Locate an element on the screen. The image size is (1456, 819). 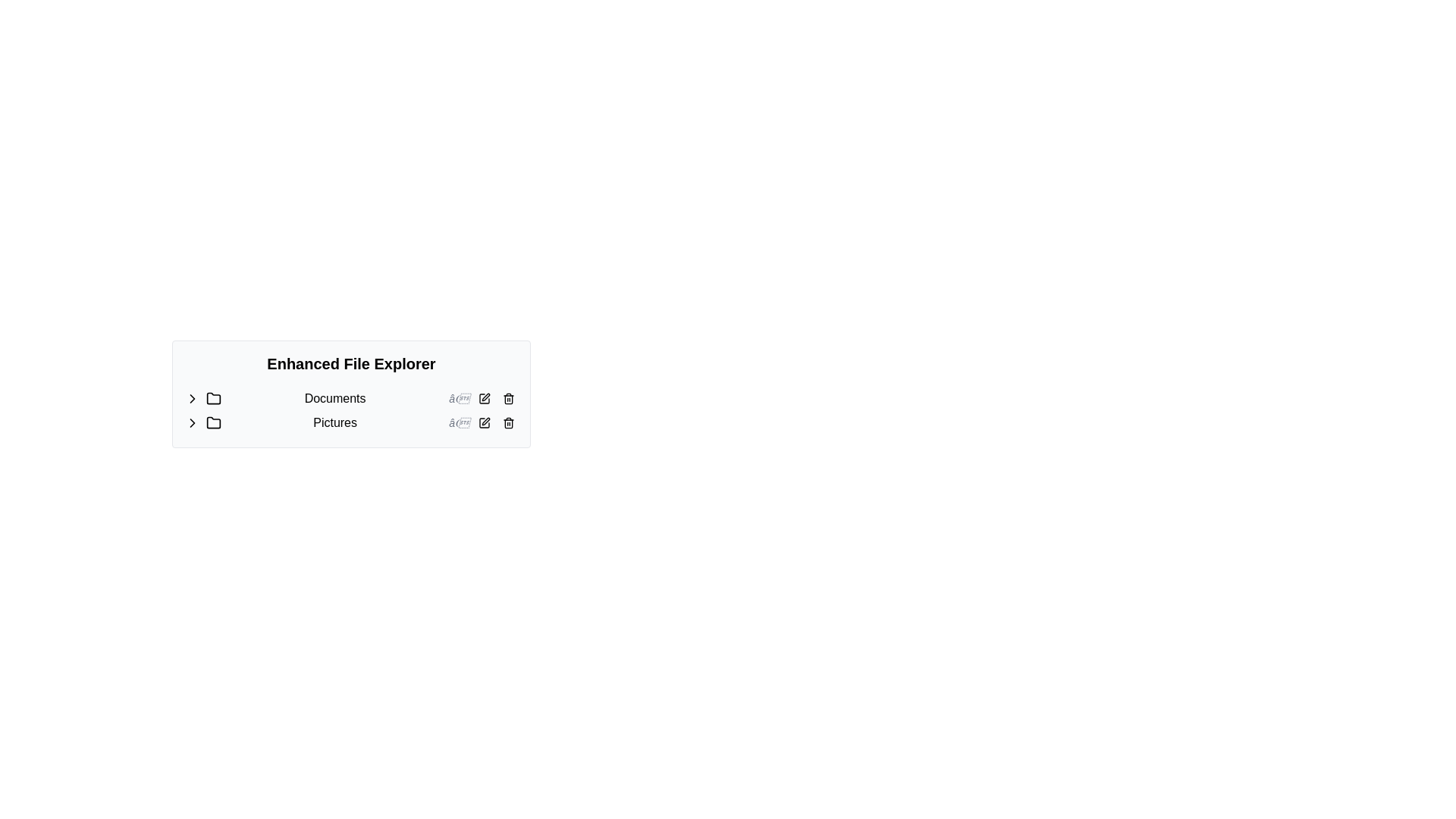
the small square icon resembling a pen next to the text 'Documents' is located at coordinates (483, 397).